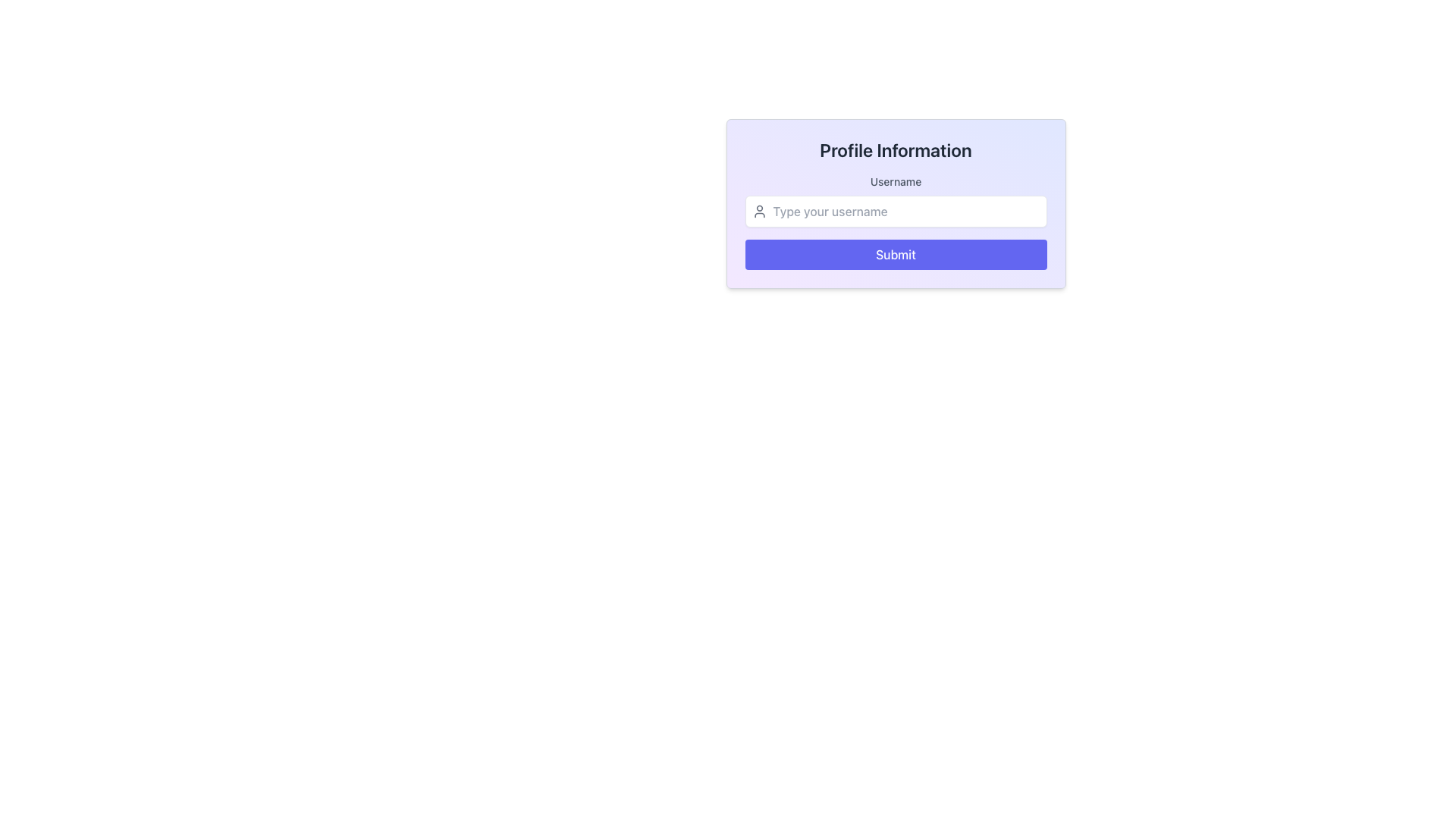 Image resolution: width=1456 pixels, height=819 pixels. Describe the element at coordinates (896, 180) in the screenshot. I see `the Static text label displaying 'Username' that is located above the text input box` at that location.